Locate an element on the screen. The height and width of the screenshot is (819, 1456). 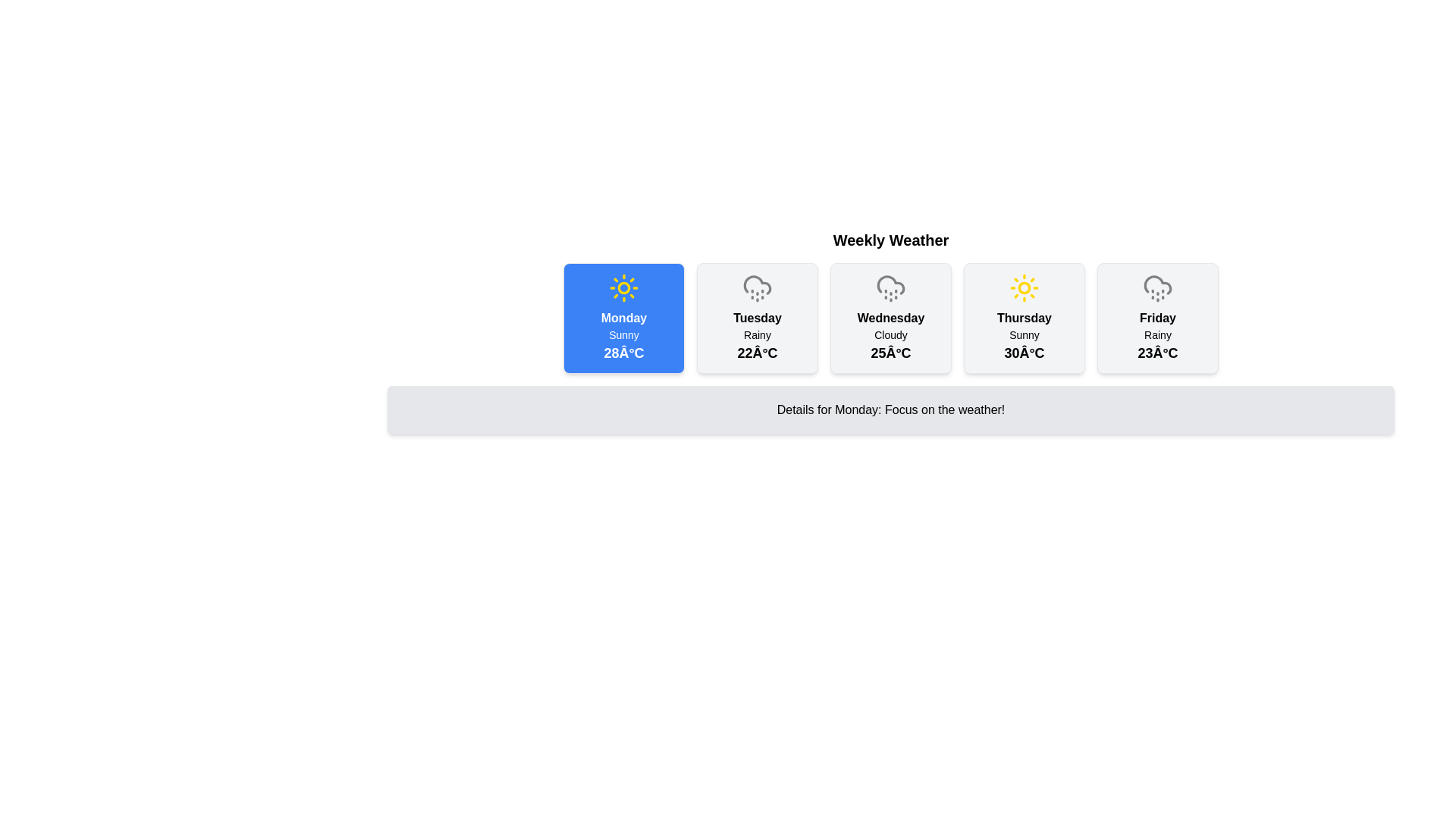
the weather information button for Tuesday is located at coordinates (757, 318).